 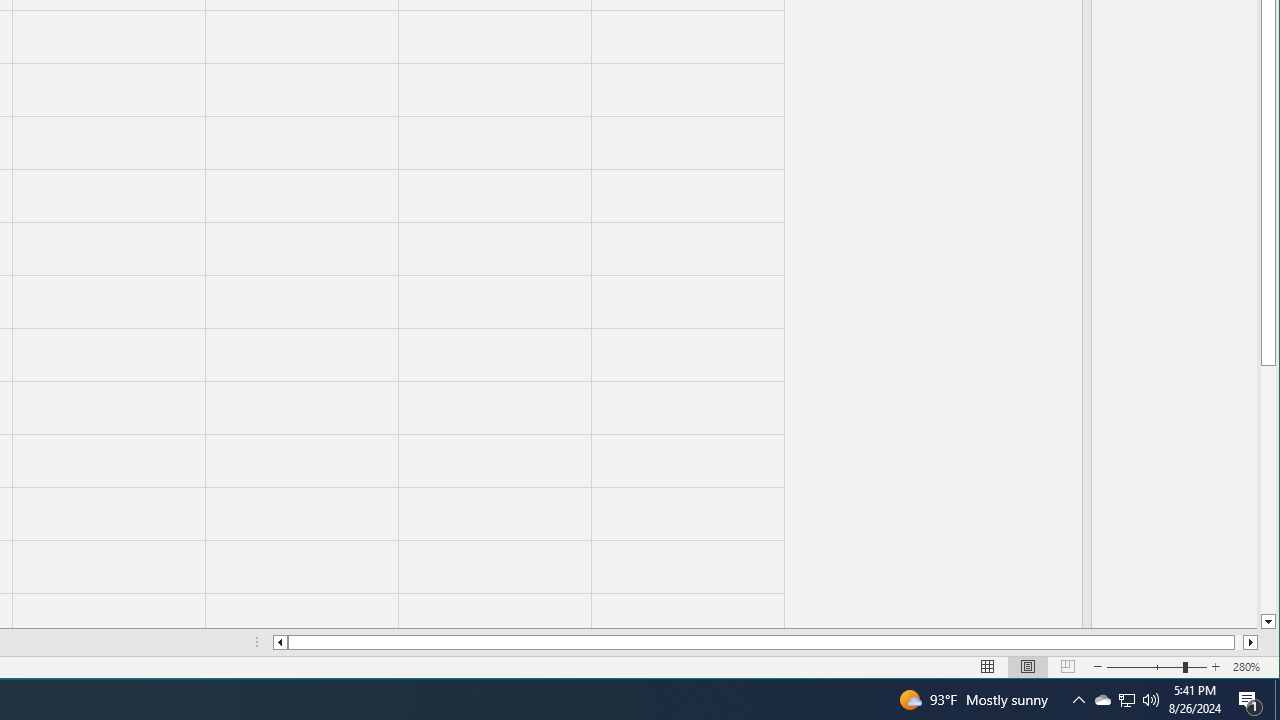 What do you see at coordinates (1151, 698) in the screenshot?
I see `'Q2790: 100%'` at bounding box center [1151, 698].